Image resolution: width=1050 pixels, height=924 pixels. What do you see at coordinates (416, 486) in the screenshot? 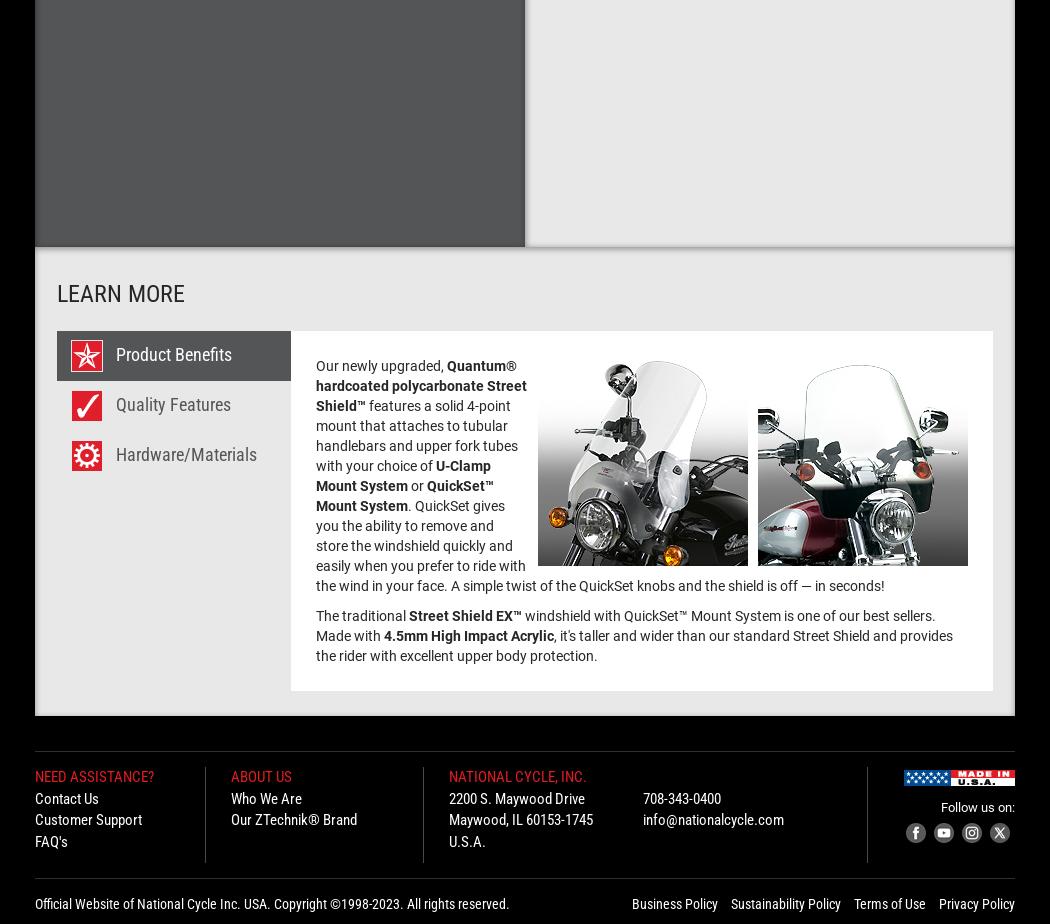
I see `'or'` at bounding box center [416, 486].